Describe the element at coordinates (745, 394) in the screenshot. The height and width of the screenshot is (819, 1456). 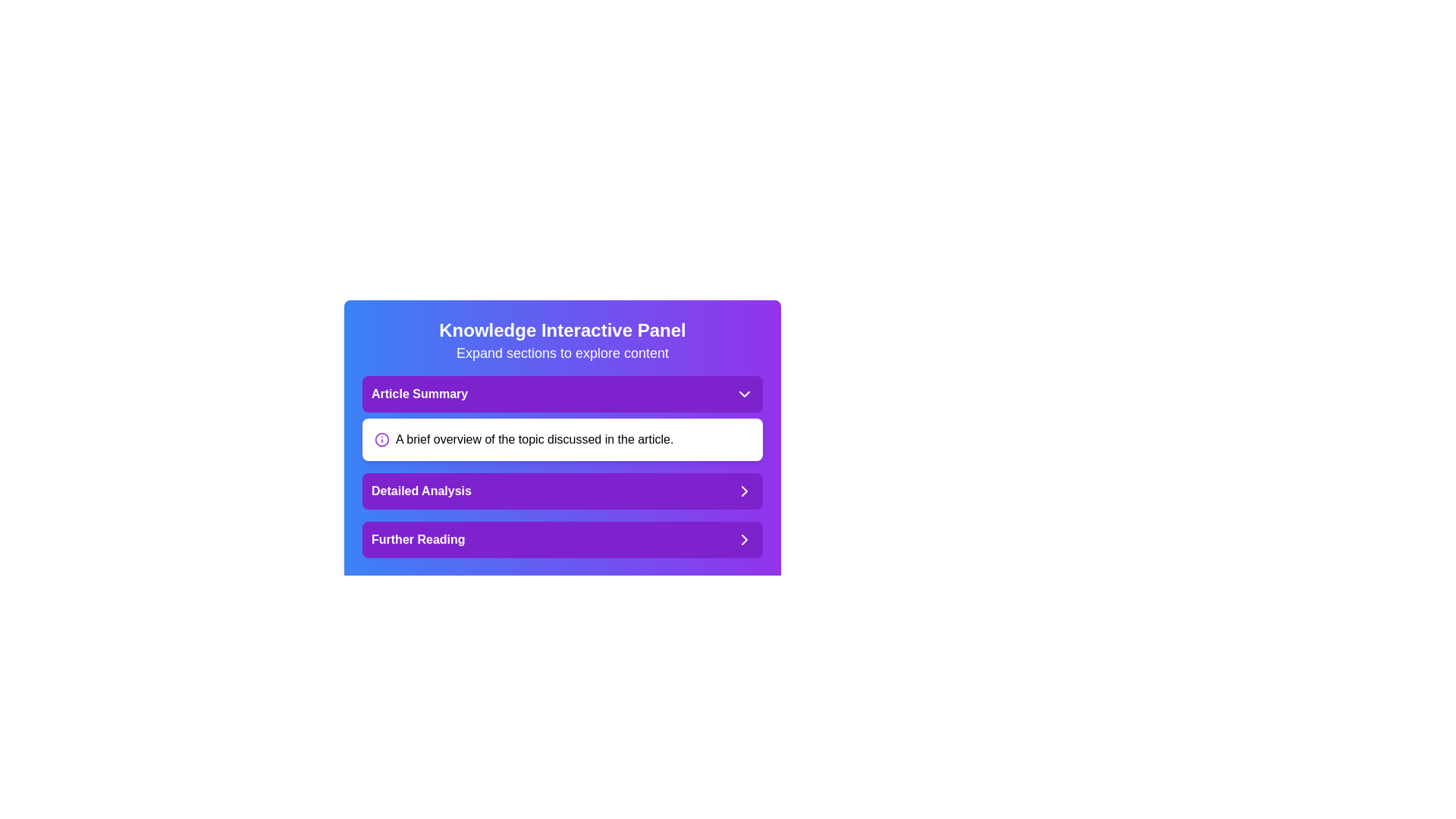
I see `the expand/collapse icon located at the far-right end of the 'Article Summary' section header` at that location.